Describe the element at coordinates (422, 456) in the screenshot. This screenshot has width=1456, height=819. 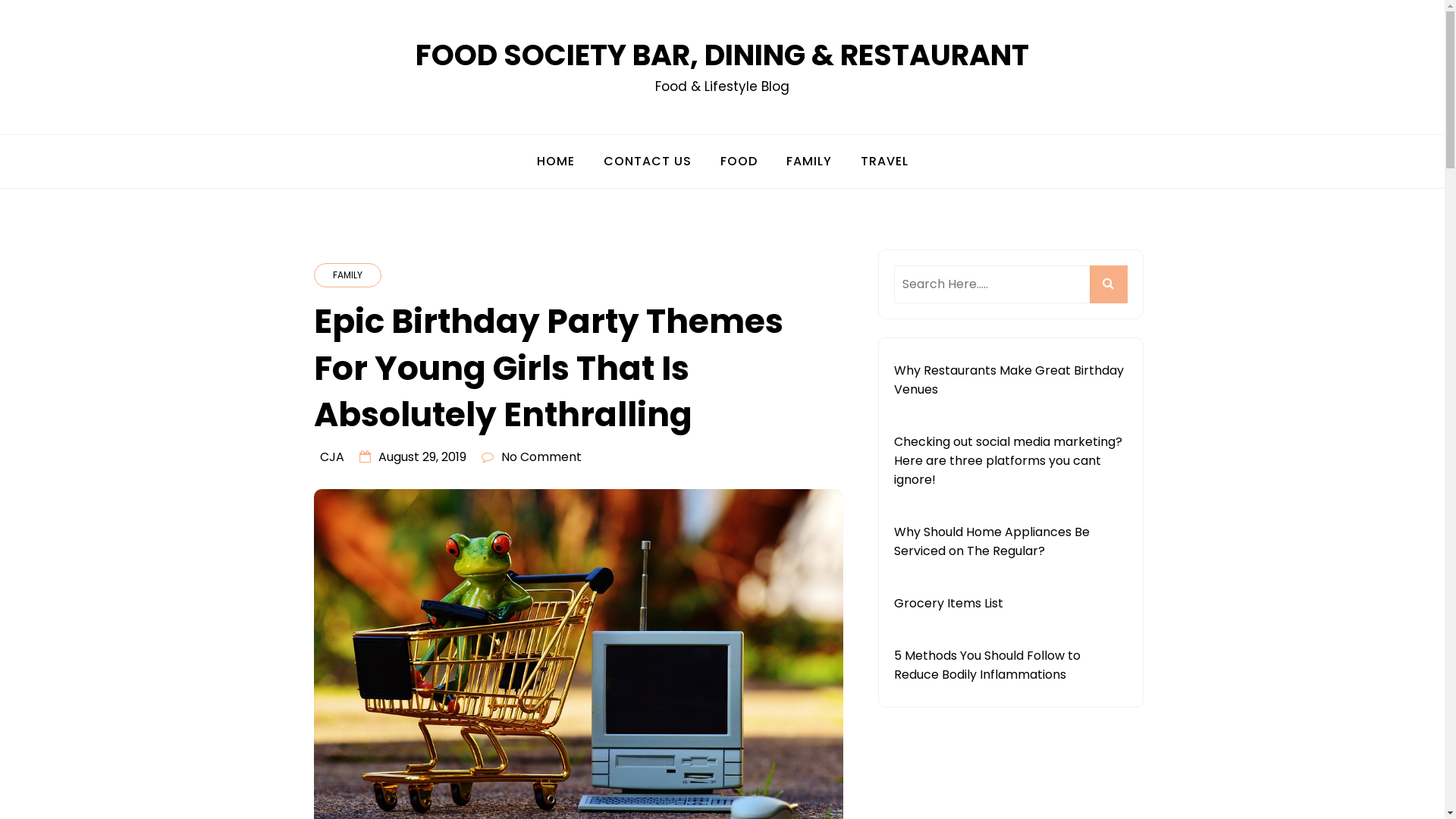
I see `'August 29, 2019'` at that location.